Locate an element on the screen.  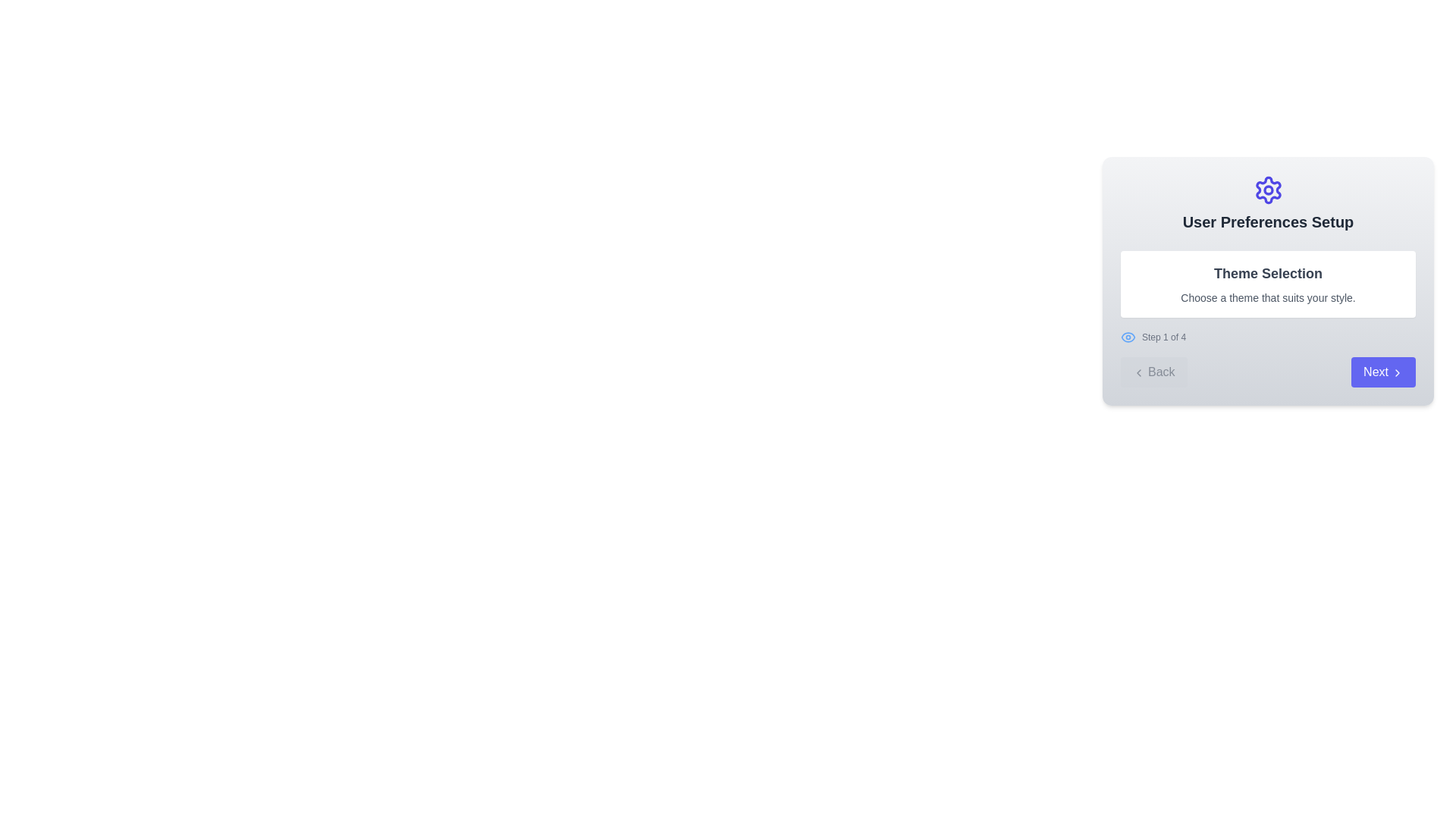
the left-pointing chevron icon within the 'Back' button located at the bottom-left corner of the card interface is located at coordinates (1139, 372).